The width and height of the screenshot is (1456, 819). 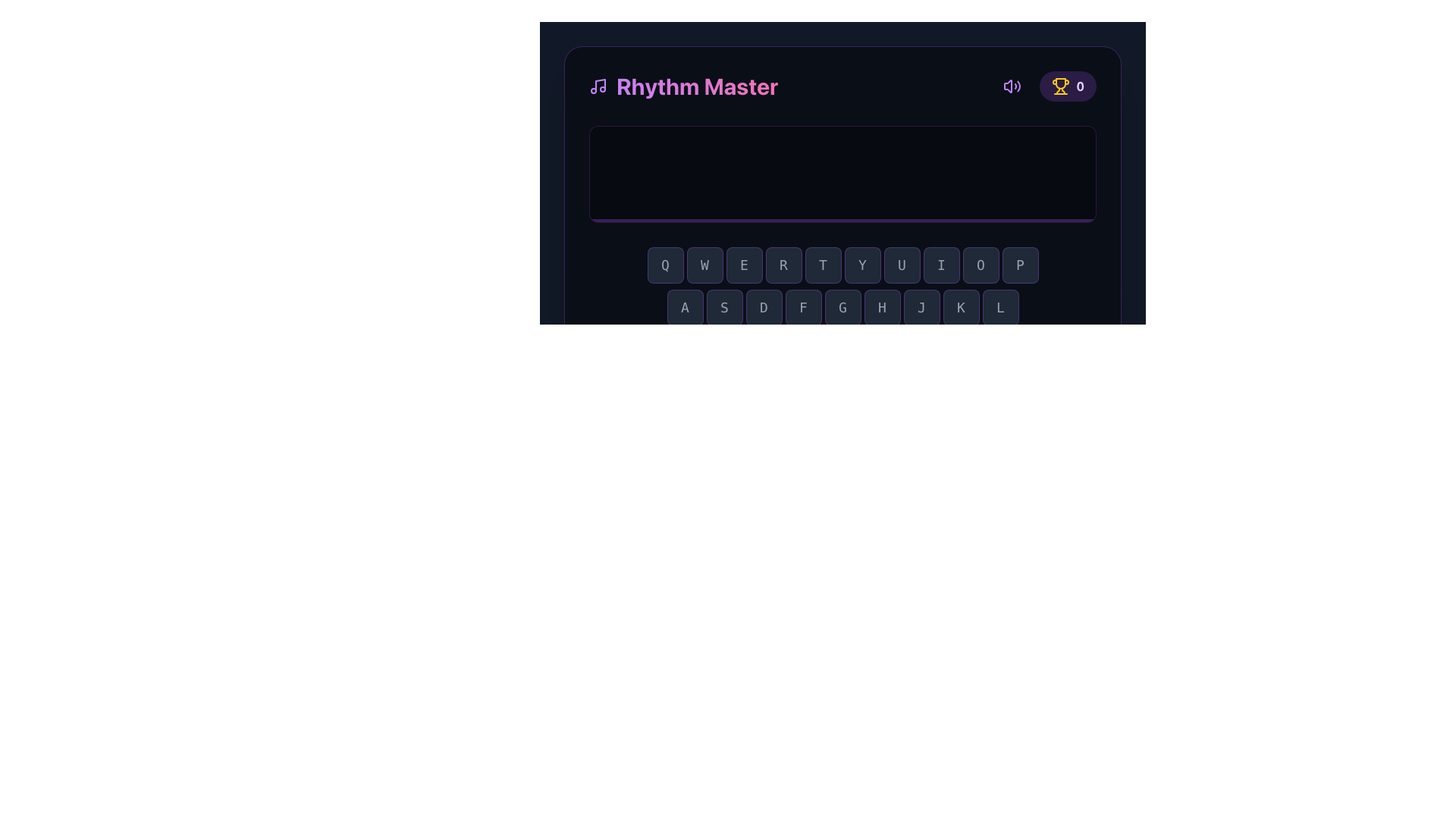 What do you see at coordinates (744, 265) in the screenshot?
I see `the button representing the letter 'E' on the virtual keyboard to input the letter 'E'` at bounding box center [744, 265].